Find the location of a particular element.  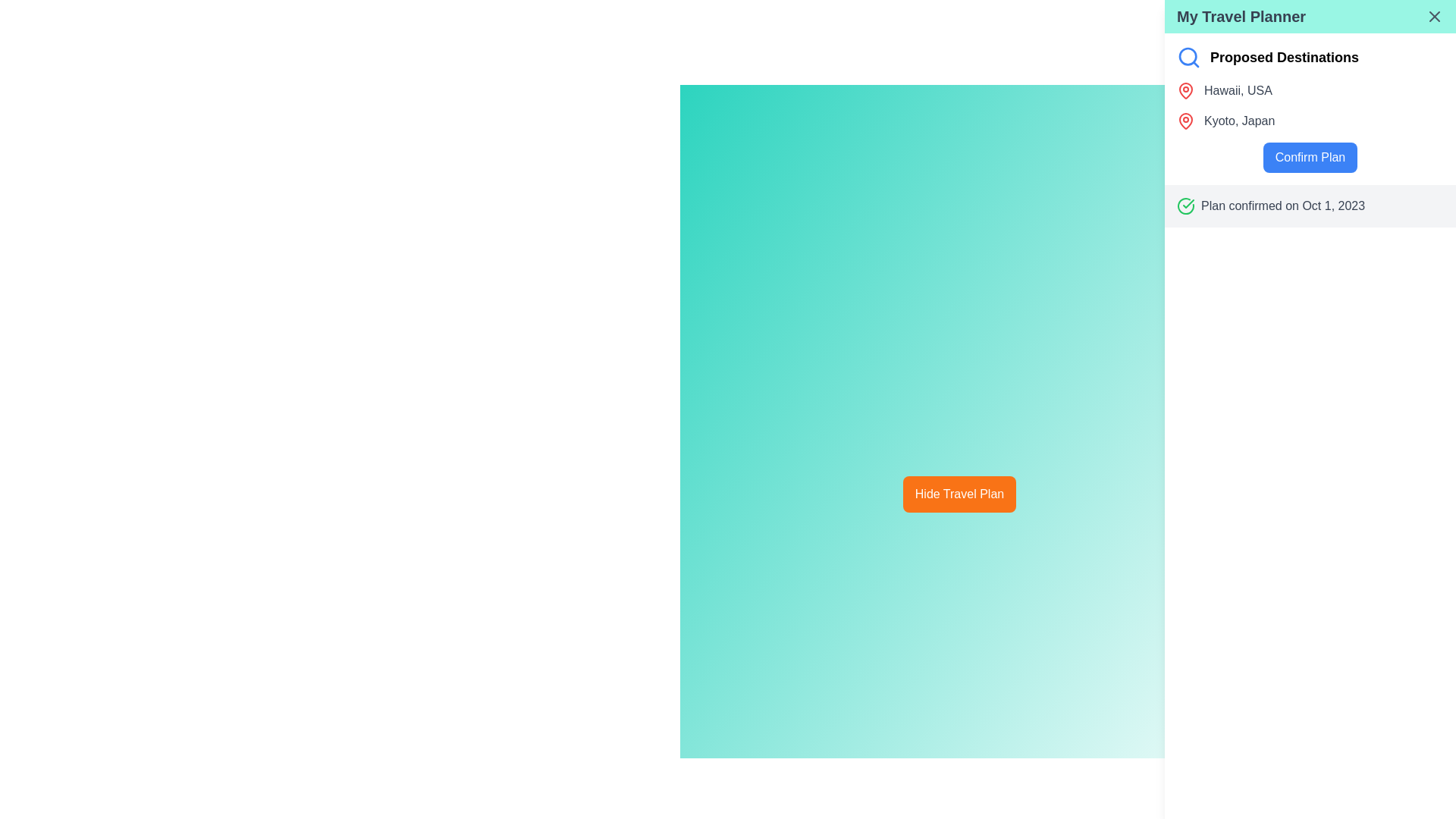

the Map Pin icon located to the left of the text label 'Hawaii, USA' in the 'Proposed Destinations' section of the sidebar, if it is made interactive in the future is located at coordinates (1185, 90).